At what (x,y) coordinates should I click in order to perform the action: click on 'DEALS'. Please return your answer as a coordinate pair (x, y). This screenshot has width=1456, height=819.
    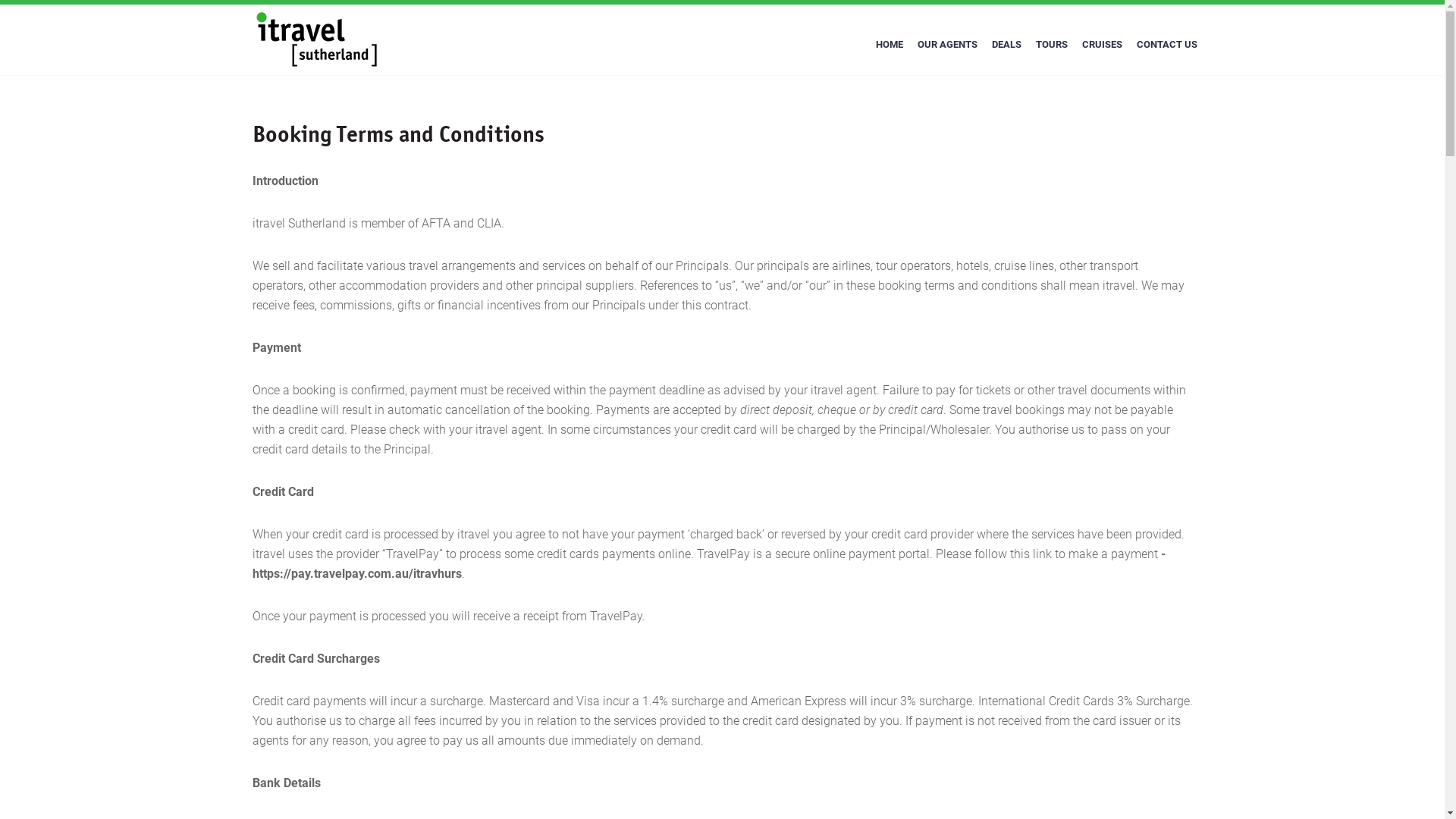
    Looking at the image, I should click on (1006, 43).